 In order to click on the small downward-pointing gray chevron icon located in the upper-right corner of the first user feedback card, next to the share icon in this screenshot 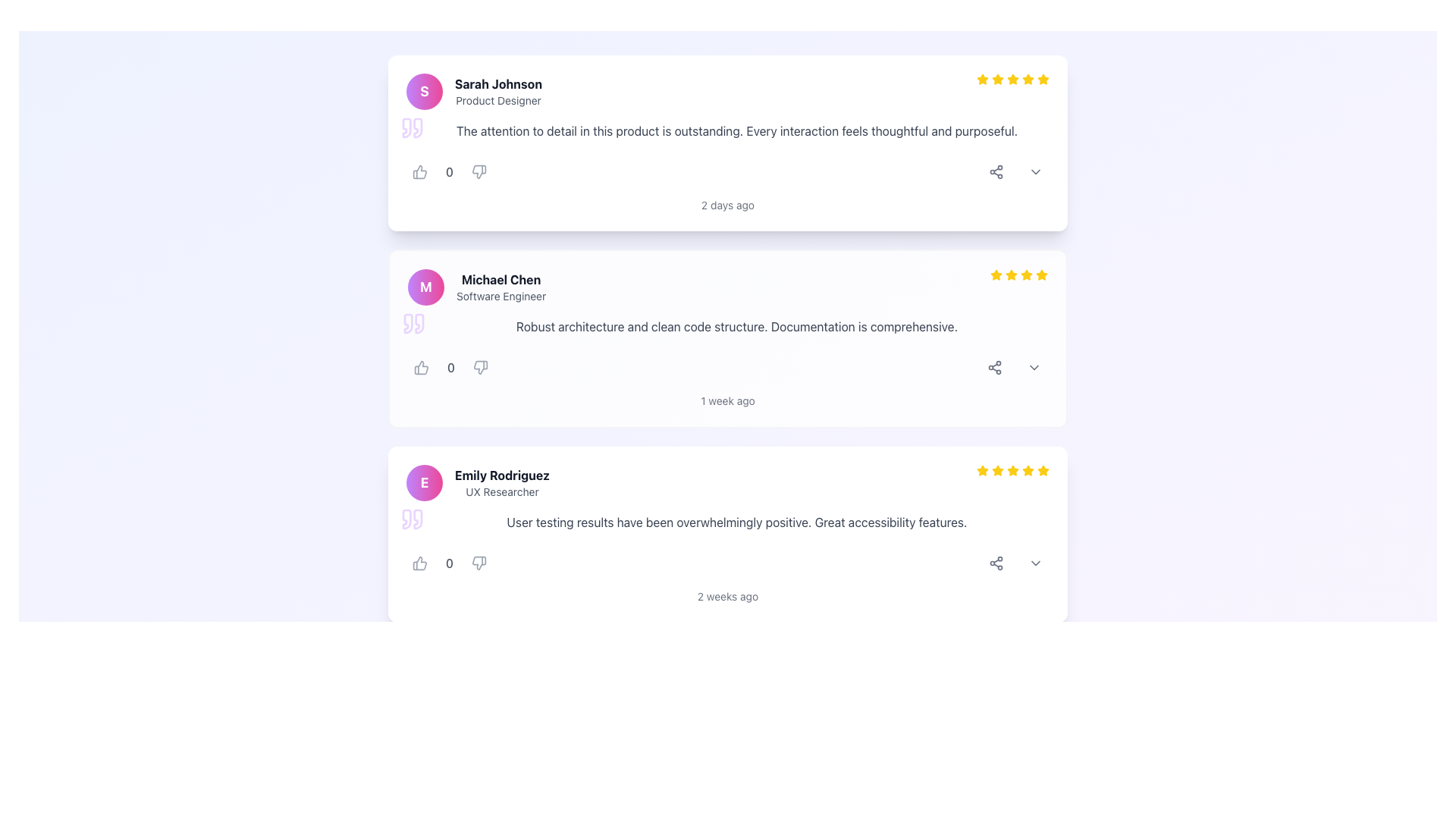, I will do `click(1035, 171)`.